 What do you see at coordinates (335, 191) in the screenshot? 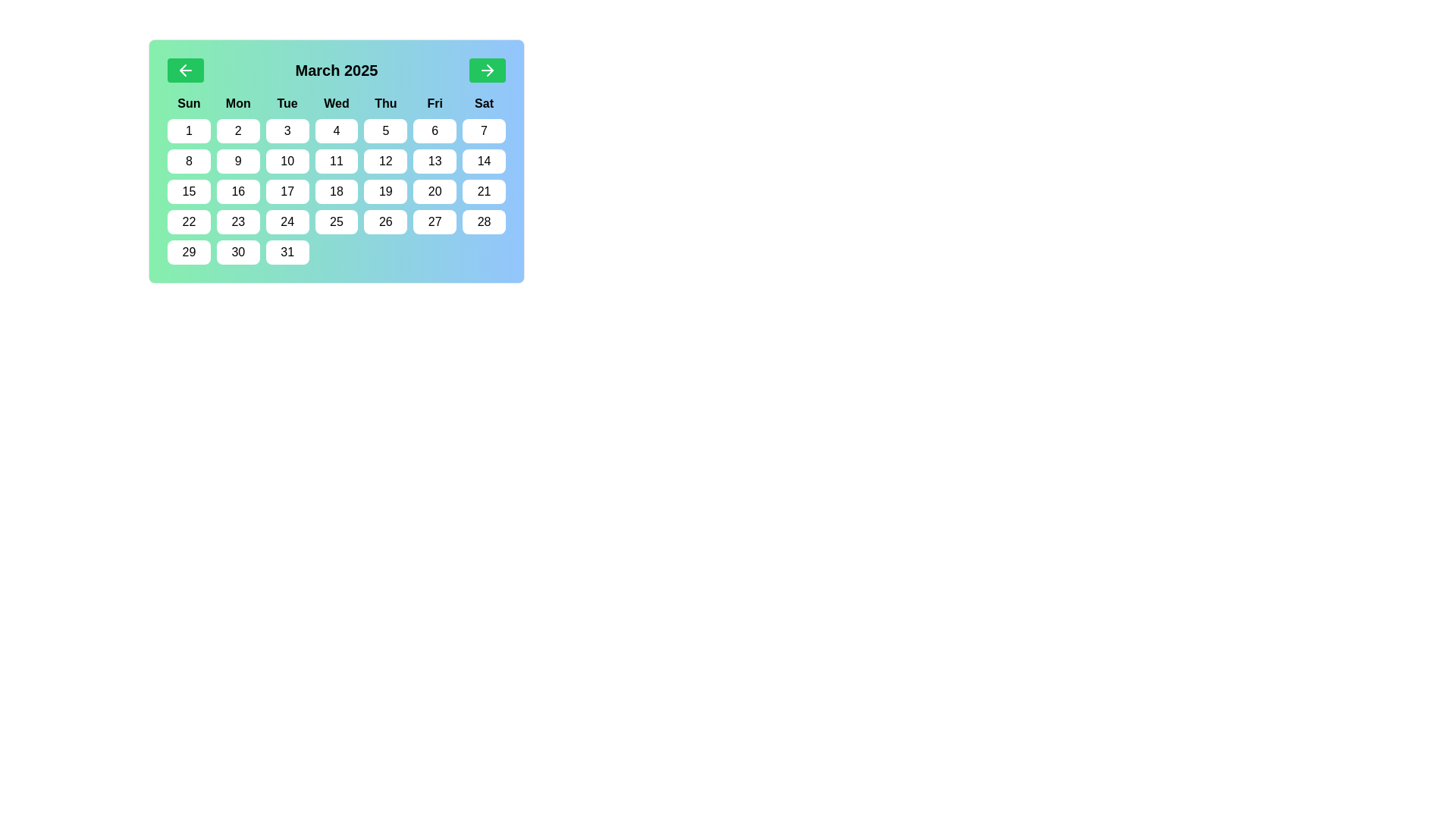
I see `the button representing the calendar date '18', which is a white, rounded rectangle styled with padding around the text, located in the fourth column of the fourth row of a grid layout` at bounding box center [335, 191].